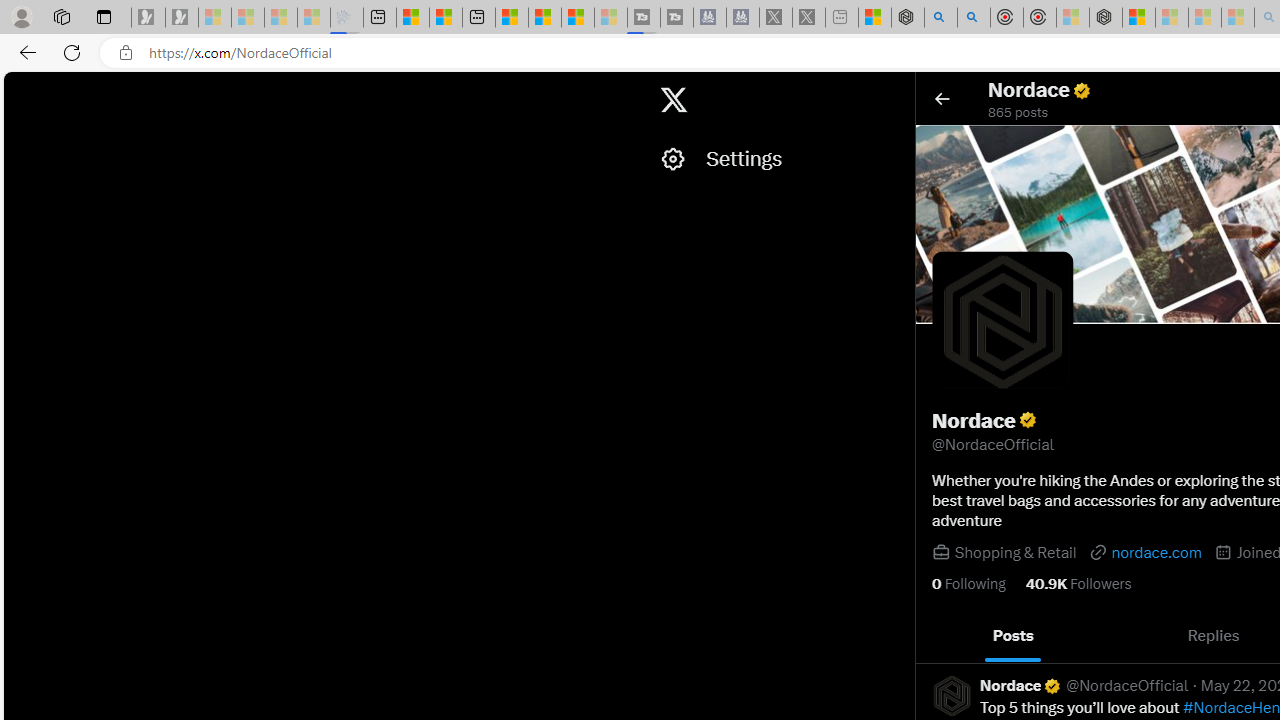  I want to click on 'Square profile picture and Opens profile photo', so click(1003, 321).